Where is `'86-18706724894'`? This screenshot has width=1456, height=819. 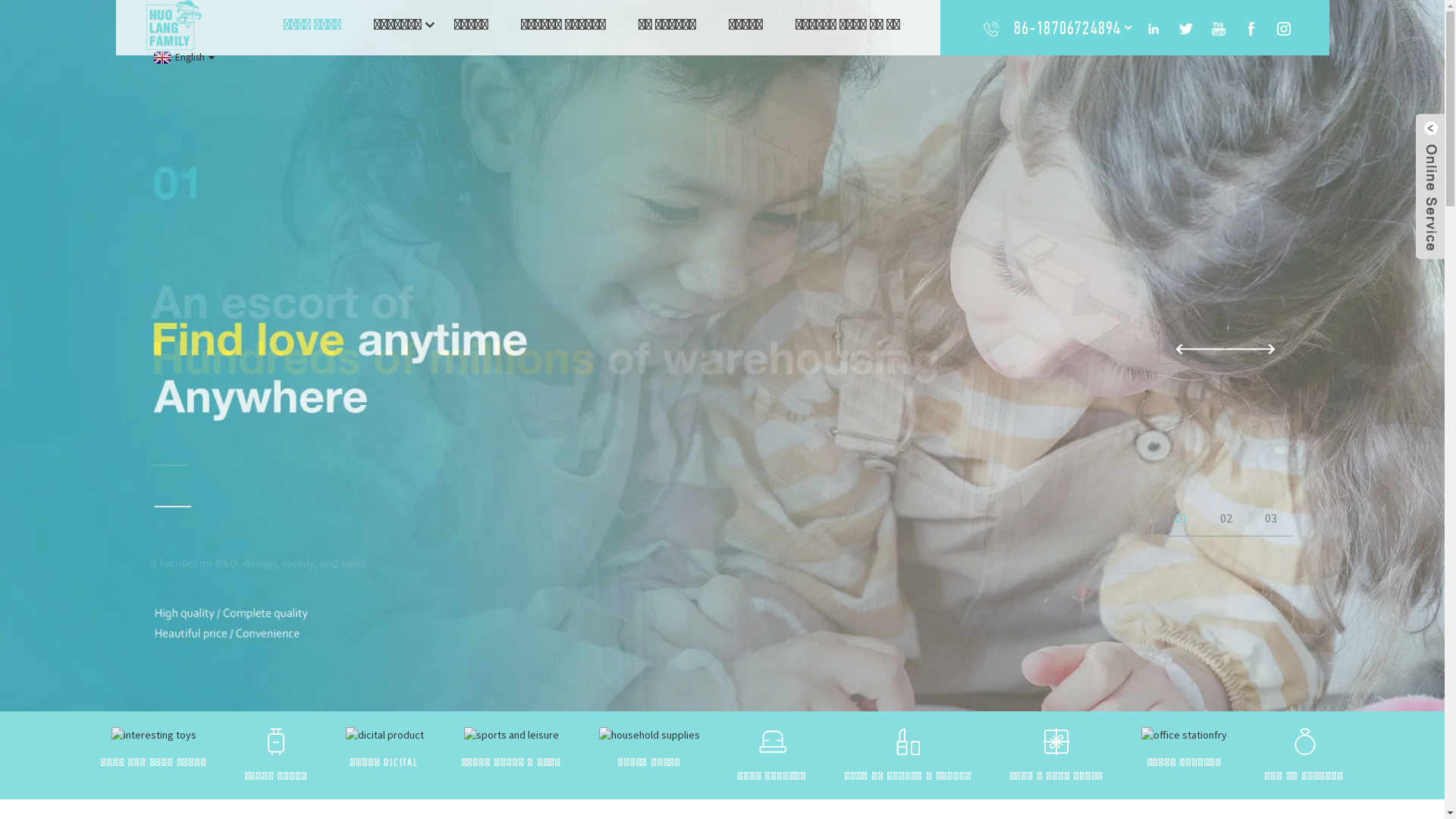 '86-18706724894' is located at coordinates (1066, 27).